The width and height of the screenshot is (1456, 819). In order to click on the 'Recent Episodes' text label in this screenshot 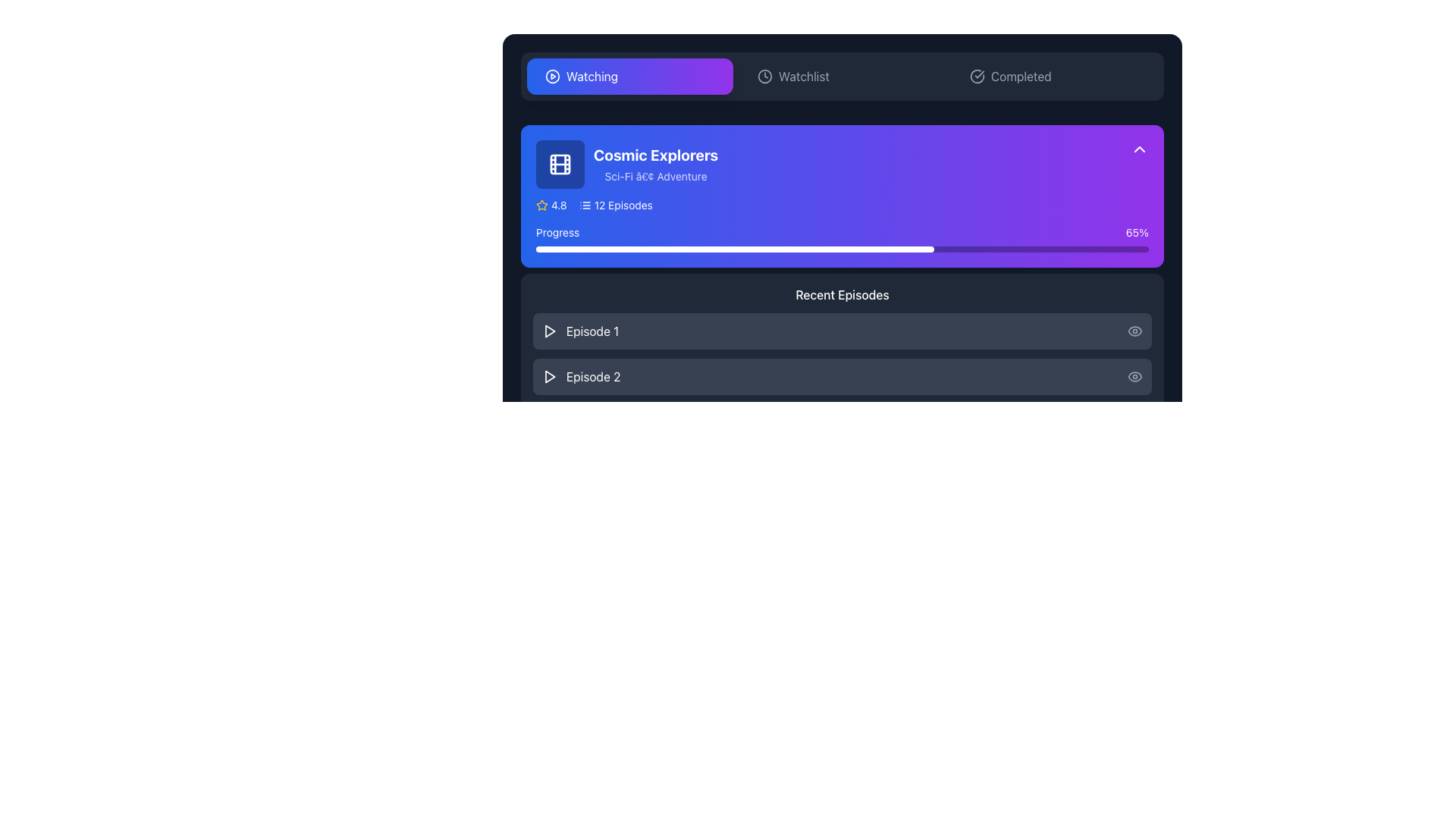, I will do `click(841, 295)`.